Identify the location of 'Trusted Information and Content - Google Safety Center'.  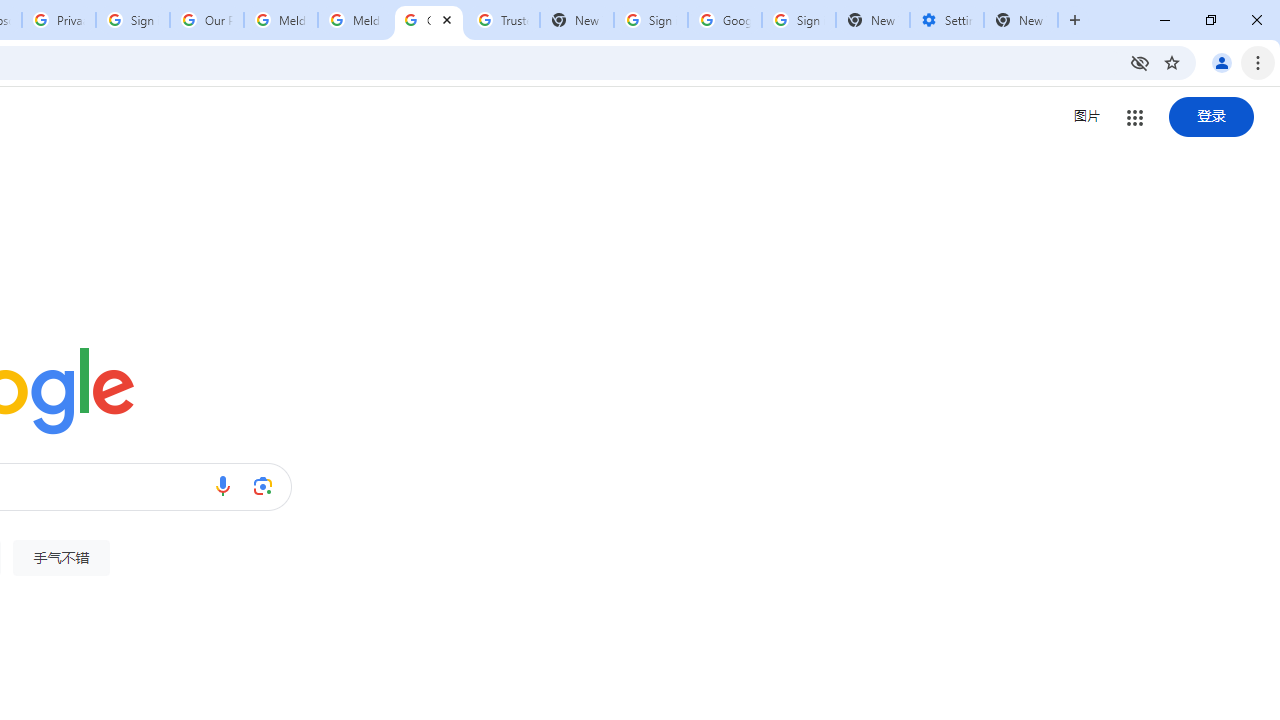
(503, 20).